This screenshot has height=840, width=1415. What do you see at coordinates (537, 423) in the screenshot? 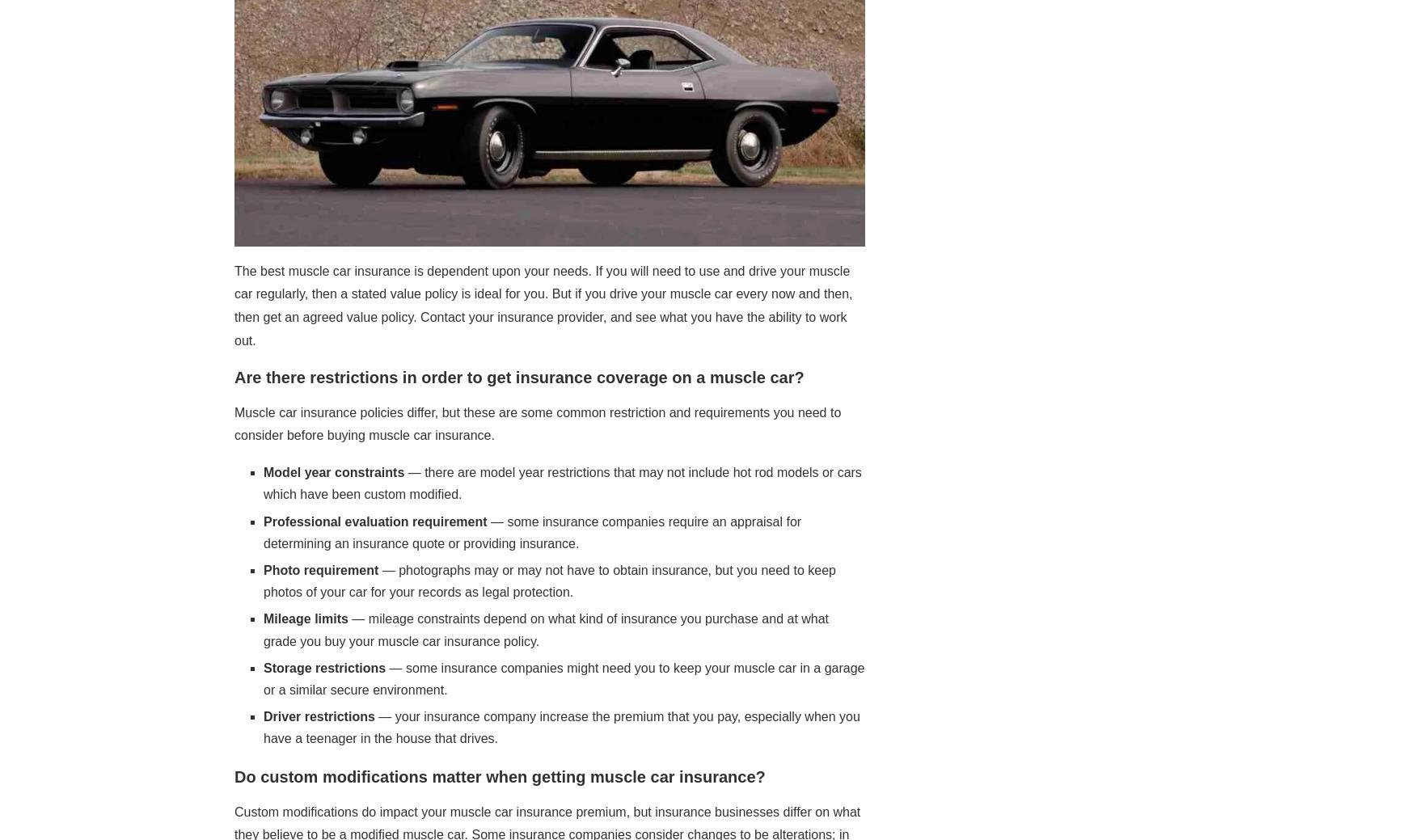
I see `'Muscle car insurance policies differ, but these are some common restriction and requirements you need to consider before buying muscle car insurance.'` at bounding box center [537, 423].